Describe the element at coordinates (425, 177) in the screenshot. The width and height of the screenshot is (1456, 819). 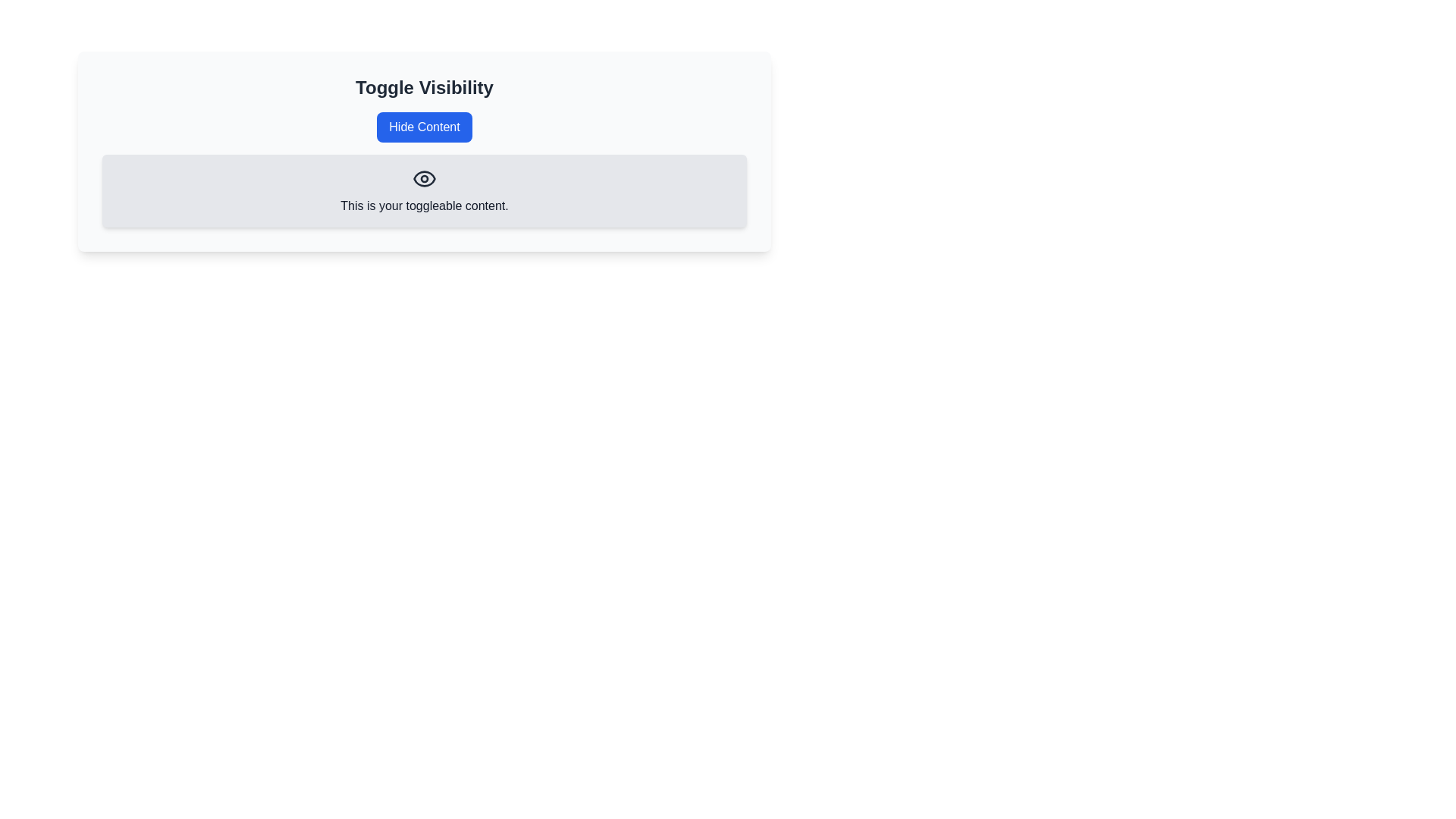
I see `the eye icon that indicates the visibility state of the associated content, located centrally above the text 'This is your toggleable content.'` at that location.